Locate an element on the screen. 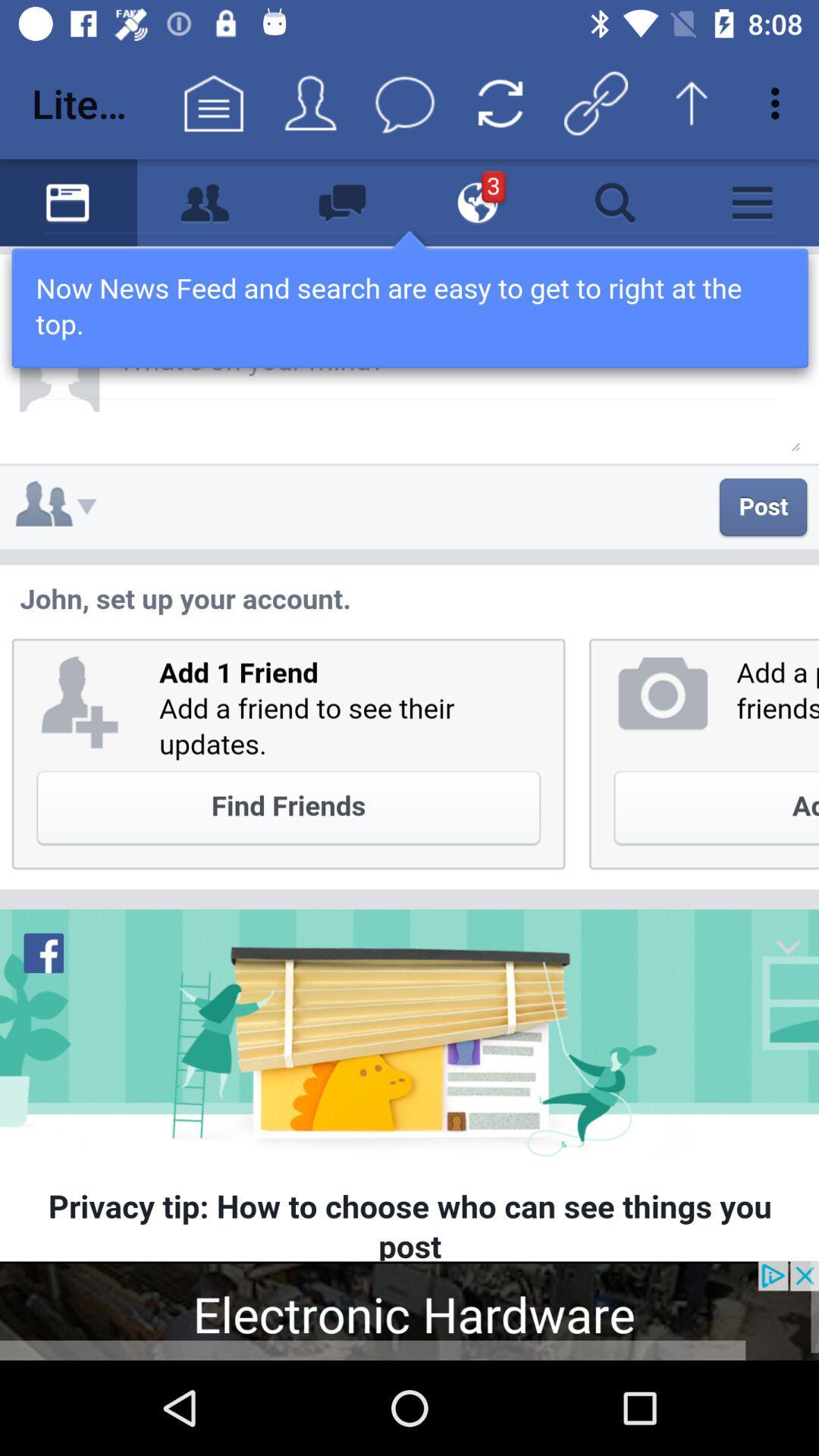 The image size is (819, 1456). visit advertised website is located at coordinates (409, 1310).